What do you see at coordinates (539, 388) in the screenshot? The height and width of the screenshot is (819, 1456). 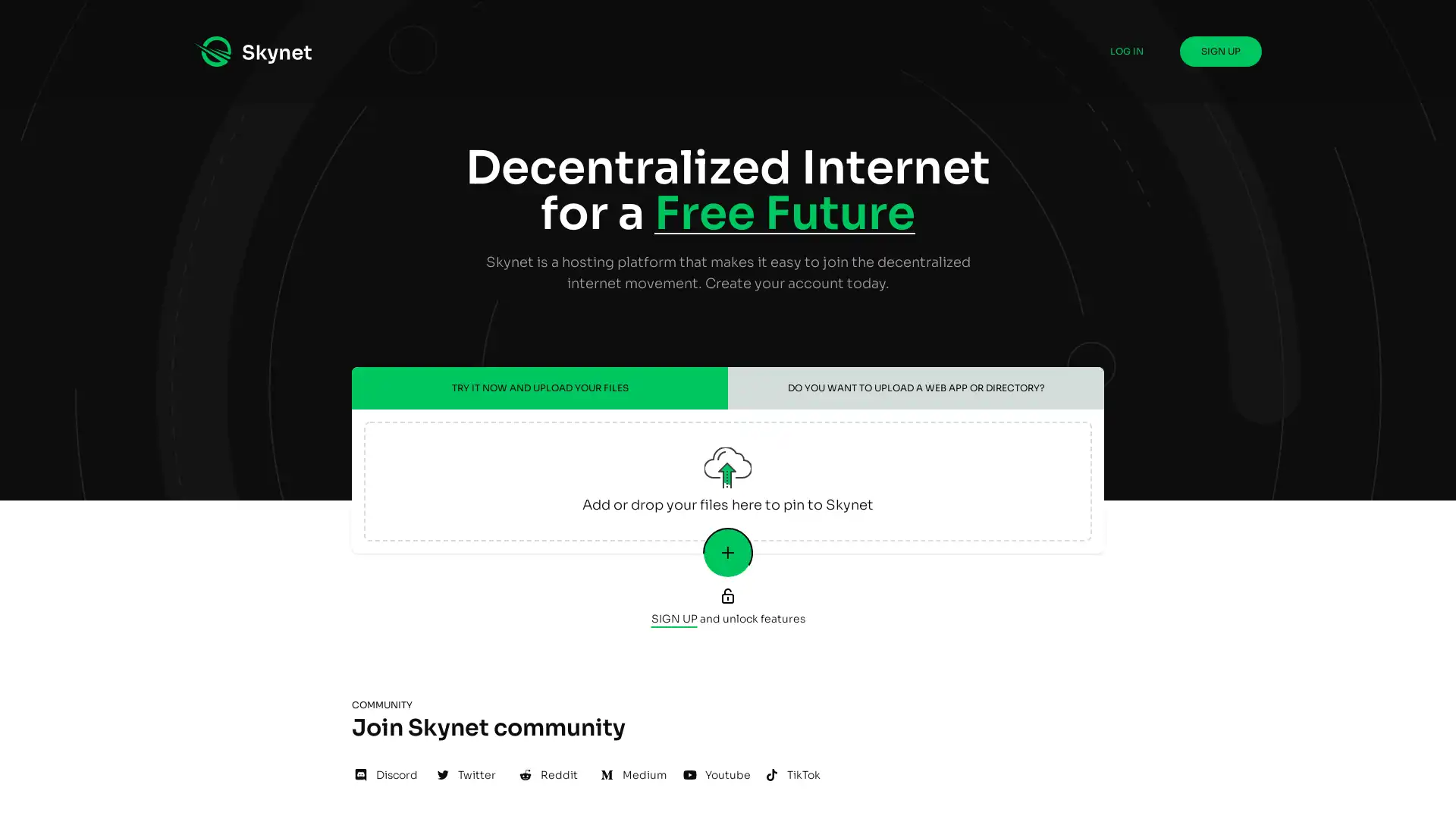 I see `TRY IT NOW AND UPLOAD YOUR FILES` at bounding box center [539, 388].